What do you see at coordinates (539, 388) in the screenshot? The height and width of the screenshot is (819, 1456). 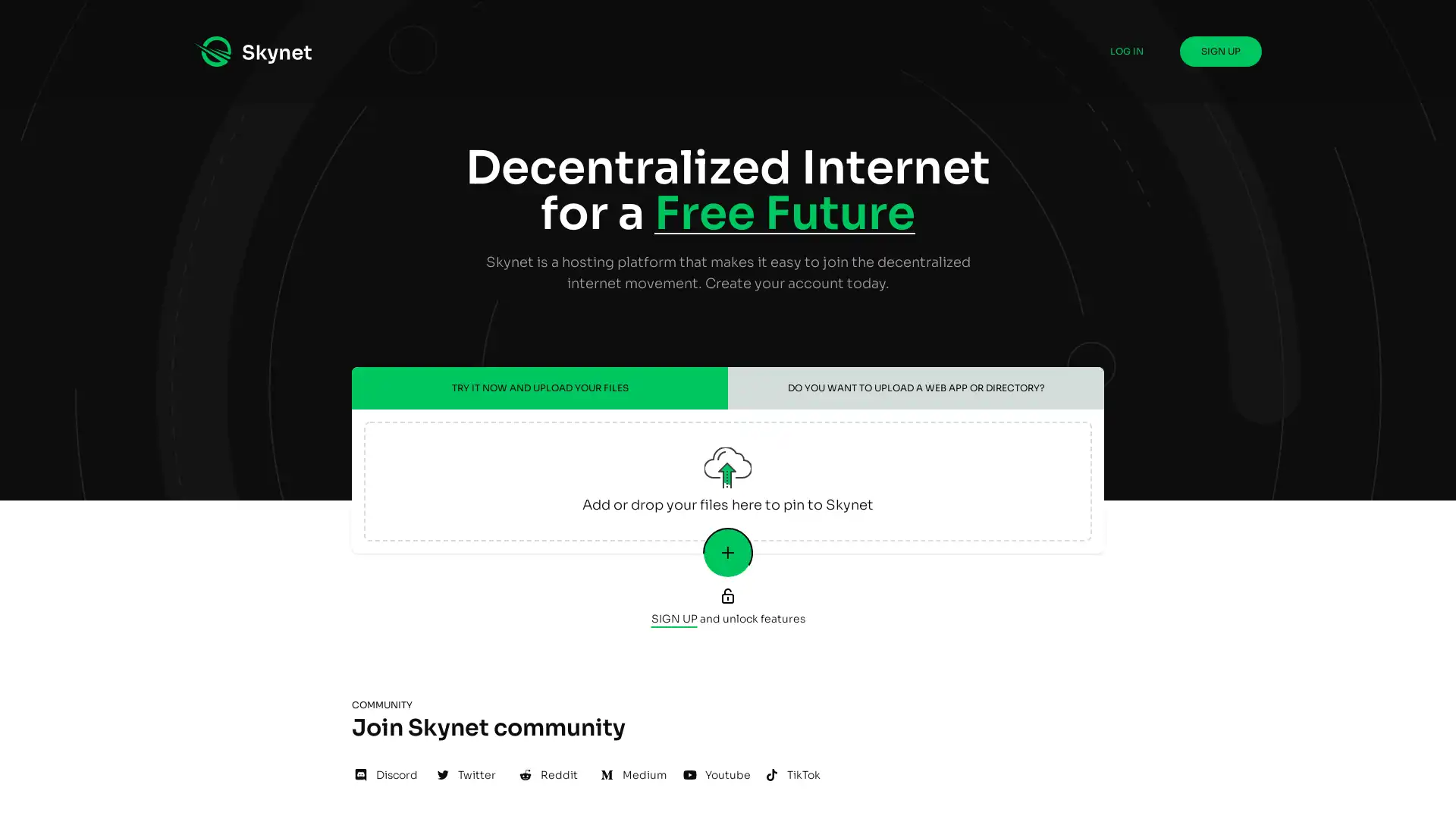 I see `TRY IT NOW AND UPLOAD YOUR FILES` at bounding box center [539, 388].